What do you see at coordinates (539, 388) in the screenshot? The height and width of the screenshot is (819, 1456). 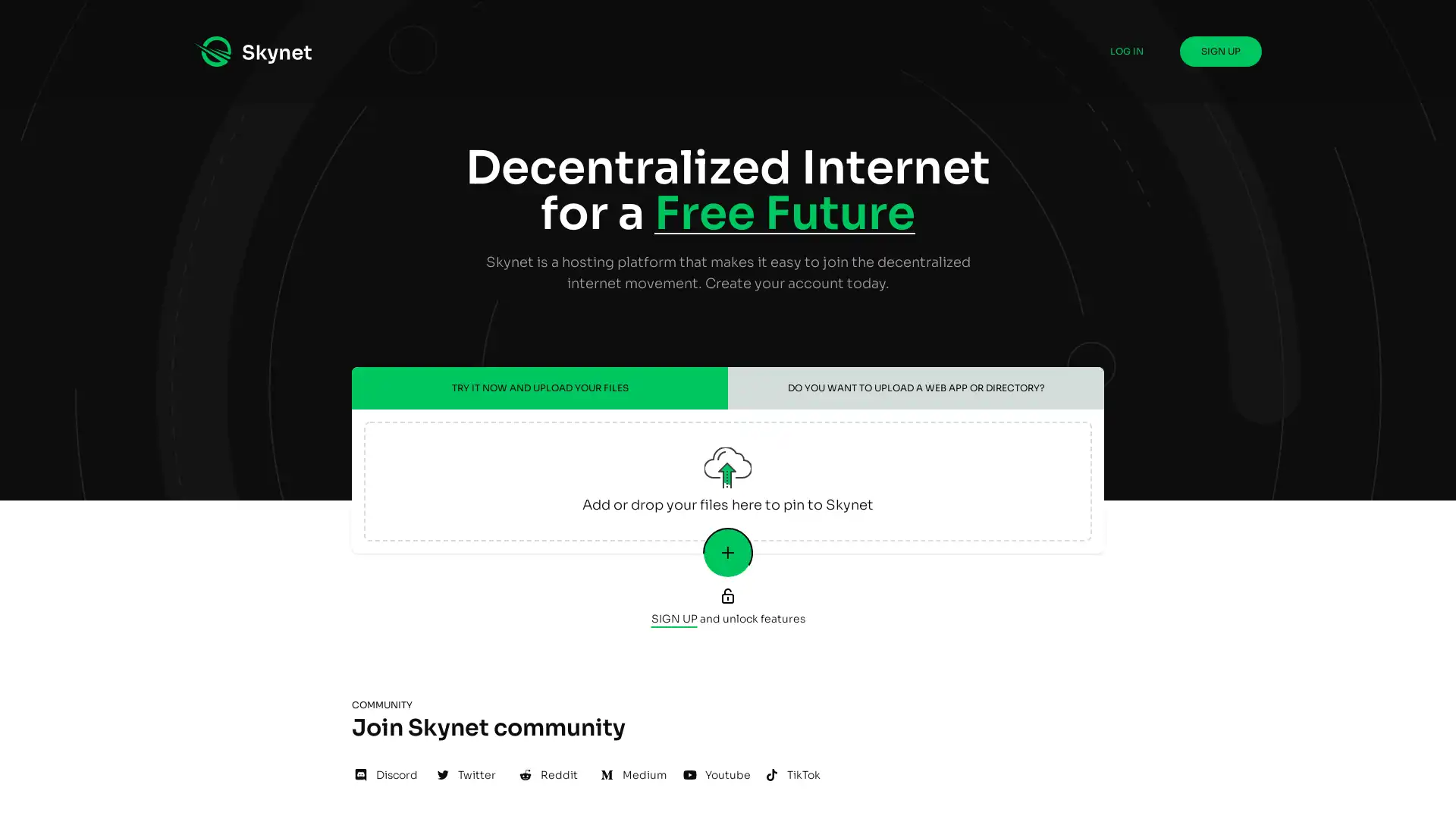 I see `TRY IT NOW AND UPLOAD YOUR FILES` at bounding box center [539, 388].